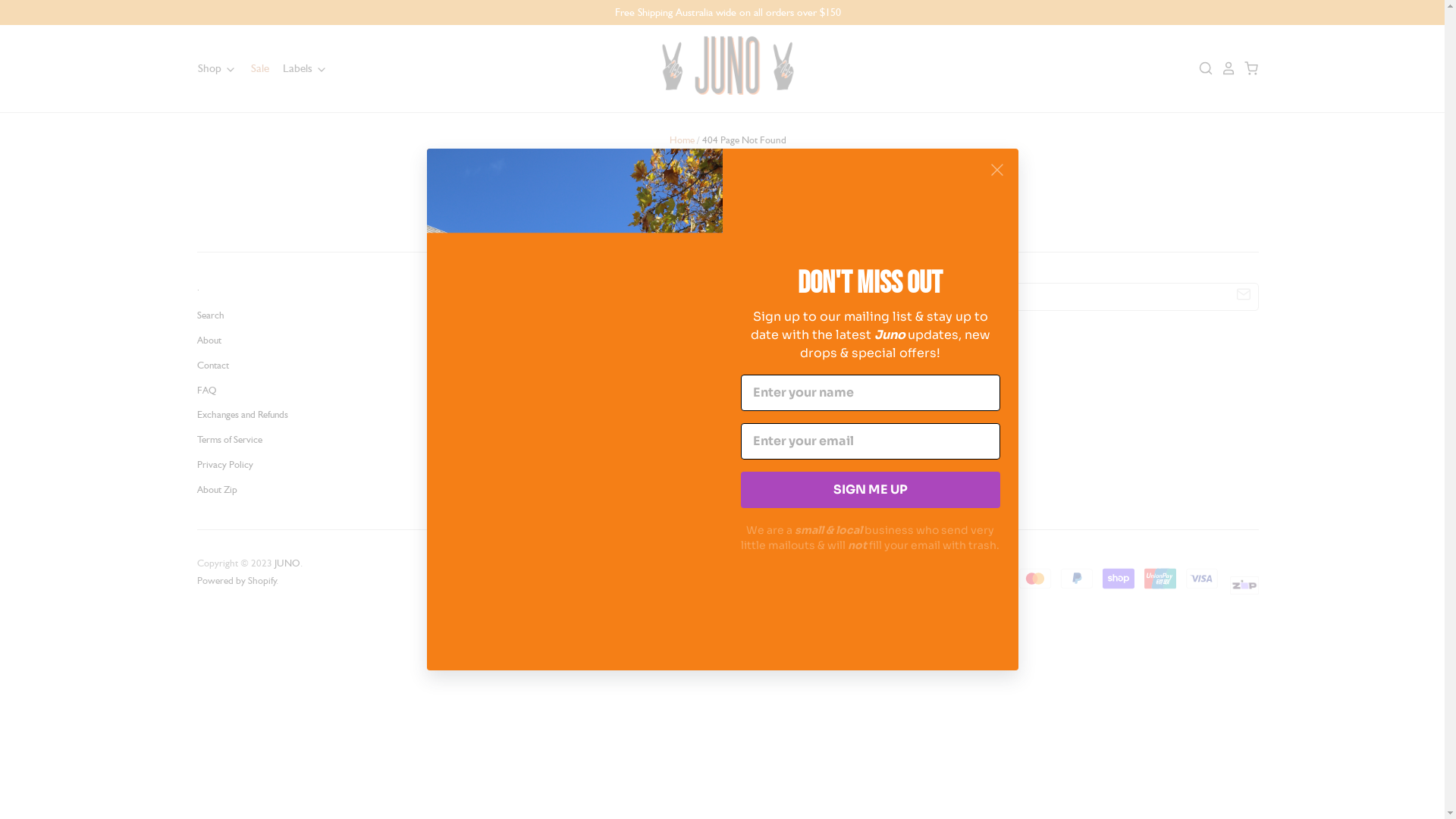 The height and width of the screenshot is (819, 1456). I want to click on 'hello@junostore.com.au', so click(607, 436).